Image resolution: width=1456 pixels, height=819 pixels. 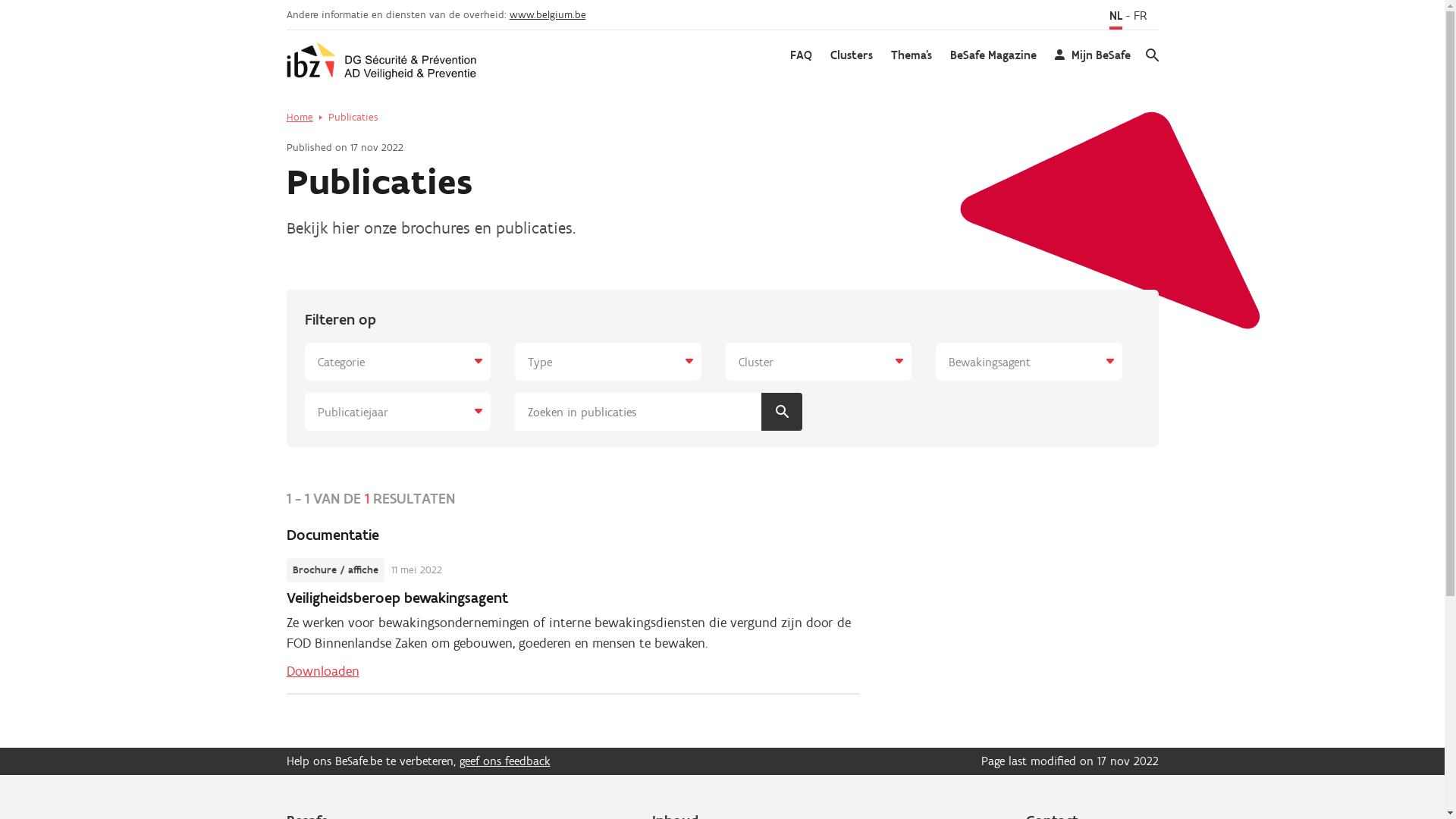 I want to click on 'FR', so click(x=1139, y=17).